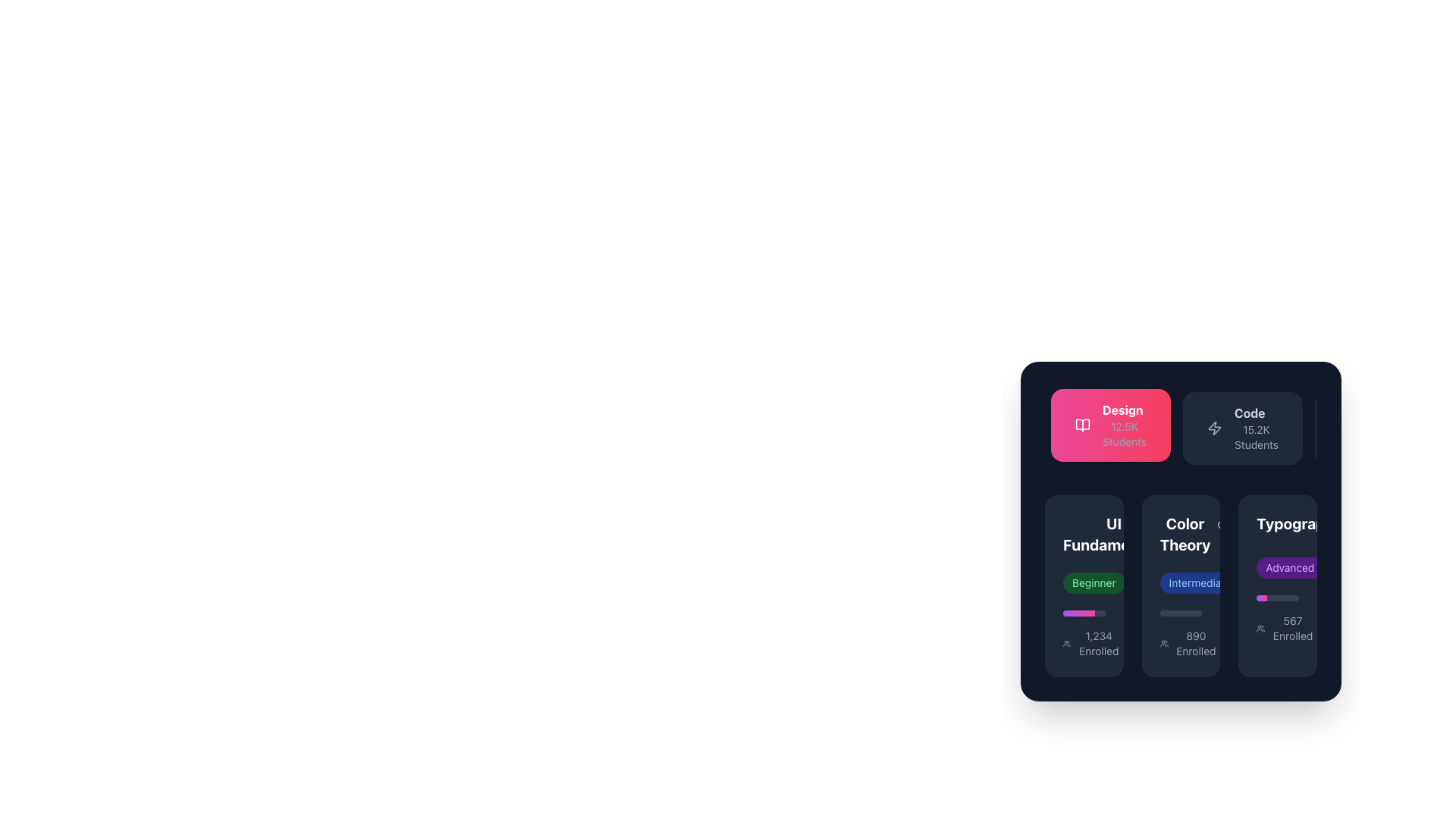  I want to click on the static text label displaying the number of participants in the course or event, located at the bottom-center of the second card in the second row of the grid layout, below the 'Intermediate' label and grouped with a users icon, so click(1195, 643).